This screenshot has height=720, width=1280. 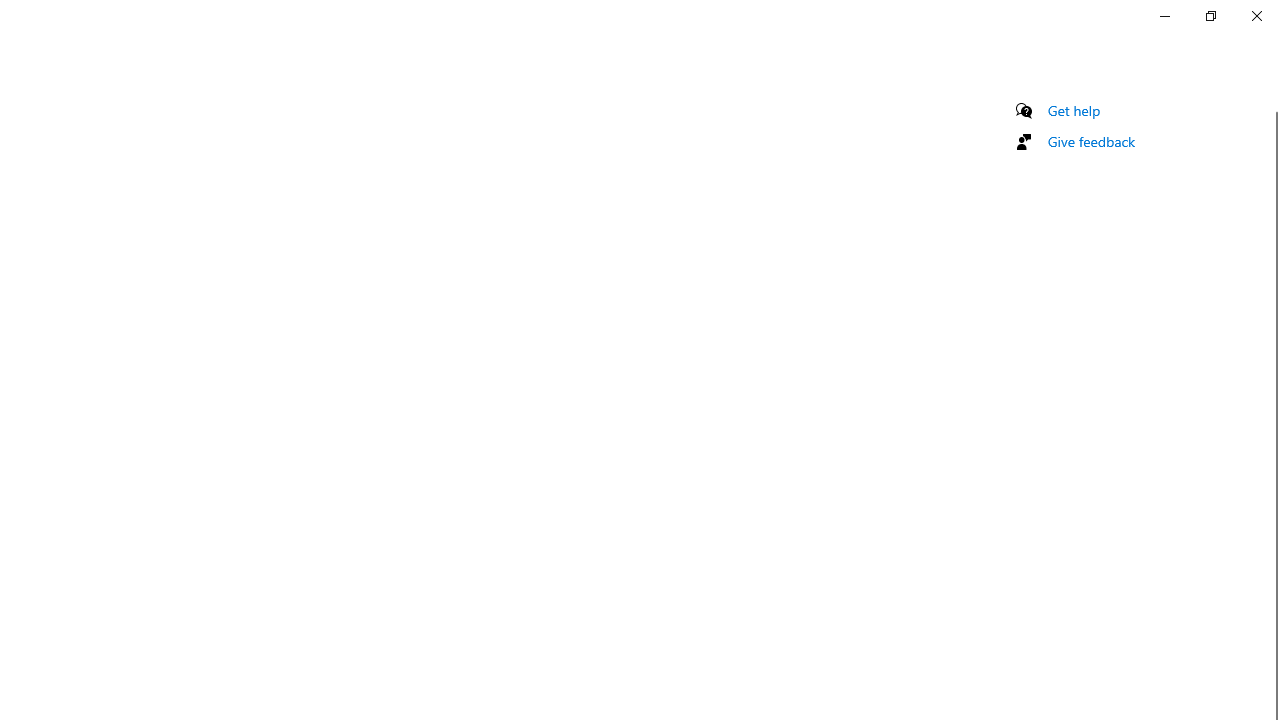 What do you see at coordinates (1209, 15) in the screenshot?
I see `'Restore Settings'` at bounding box center [1209, 15].